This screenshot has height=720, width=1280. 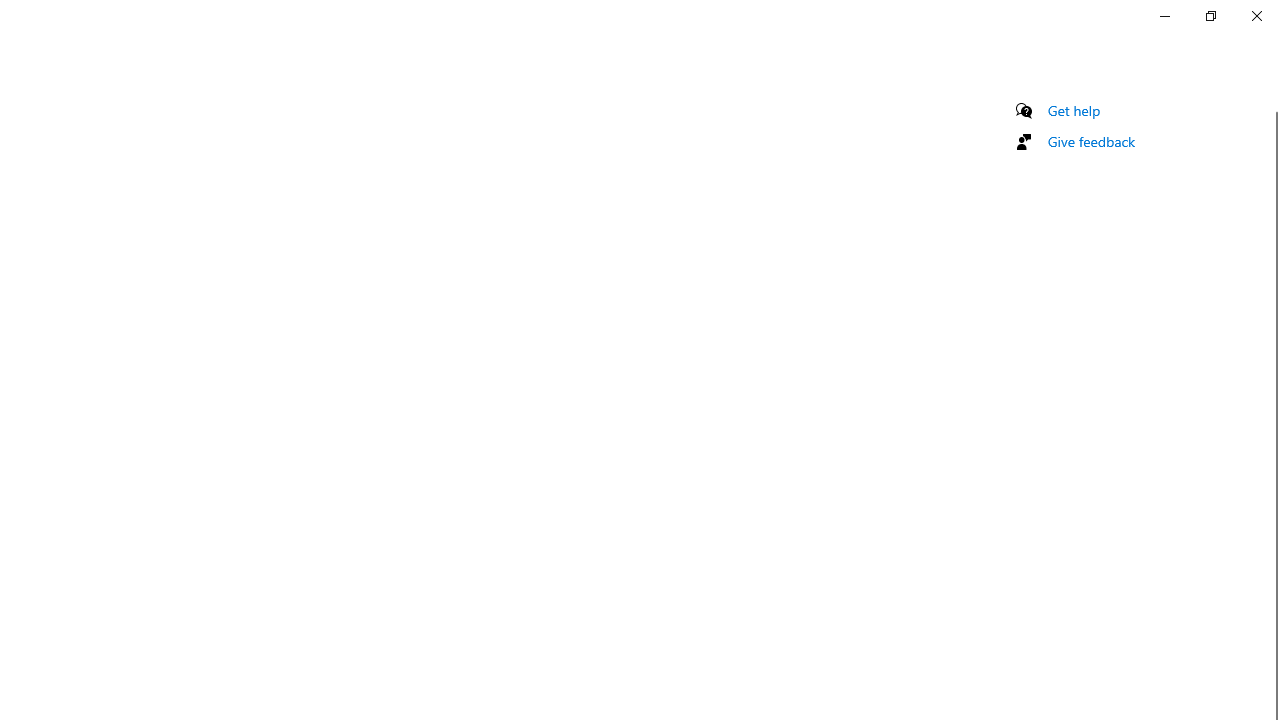 What do you see at coordinates (1209, 15) in the screenshot?
I see `'Restore Settings'` at bounding box center [1209, 15].